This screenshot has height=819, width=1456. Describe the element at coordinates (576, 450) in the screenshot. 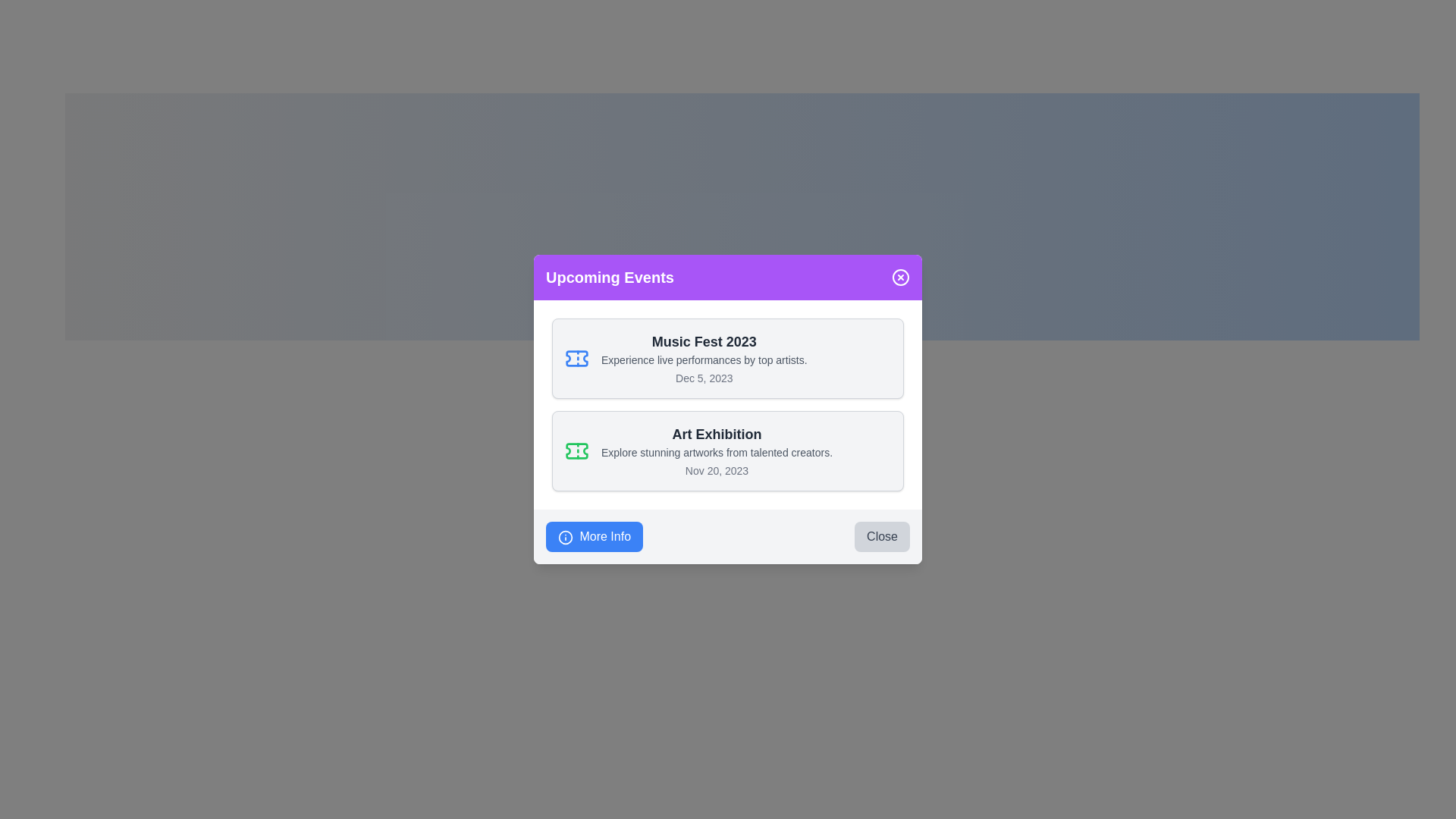

I see `the green ticket-like icon located to the left of the 'Art Exhibition' event description in the 'Upcoming Events' section` at that location.